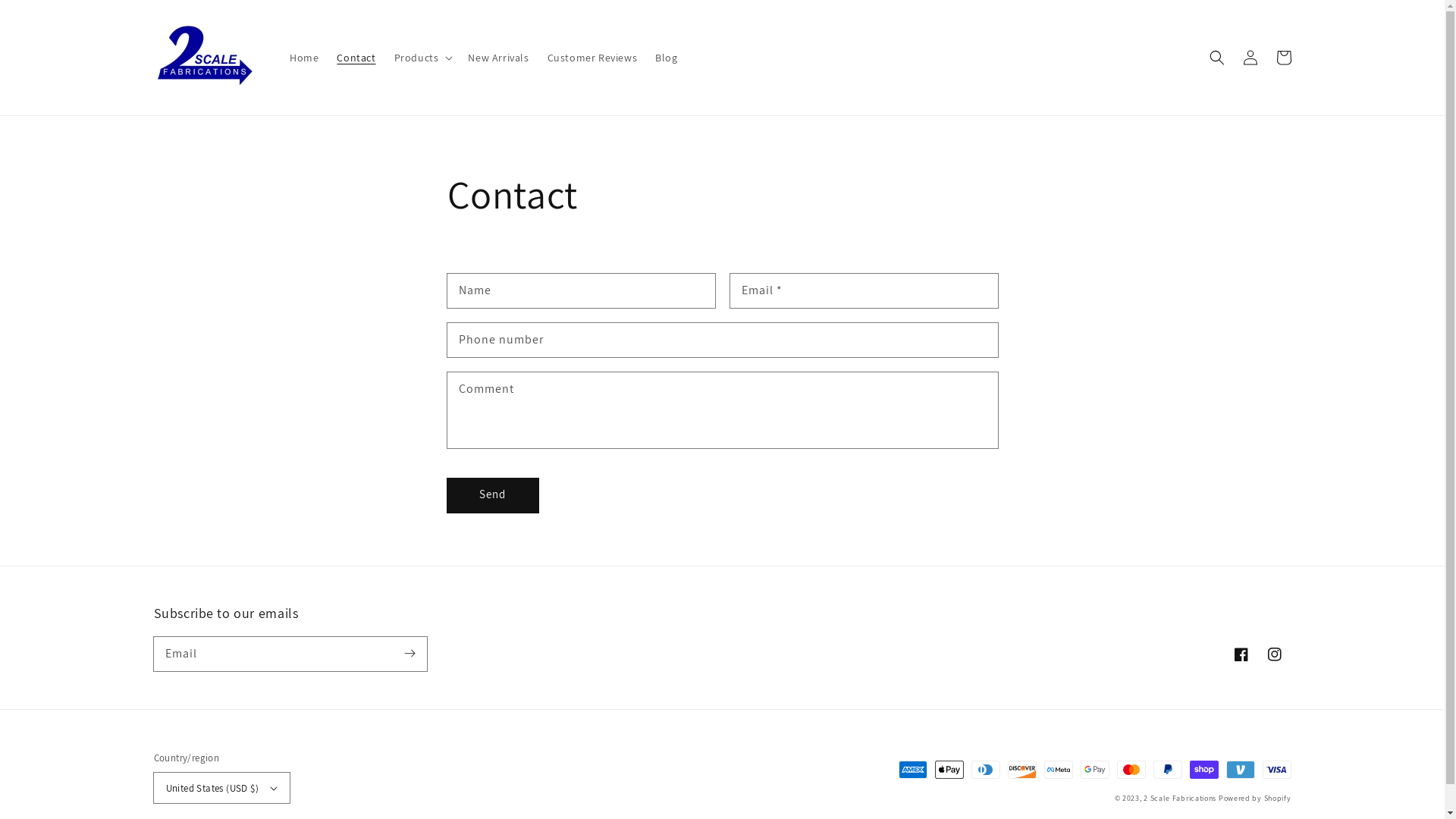 The height and width of the screenshot is (819, 1456). What do you see at coordinates (498, 57) in the screenshot?
I see `'New Arrivals'` at bounding box center [498, 57].